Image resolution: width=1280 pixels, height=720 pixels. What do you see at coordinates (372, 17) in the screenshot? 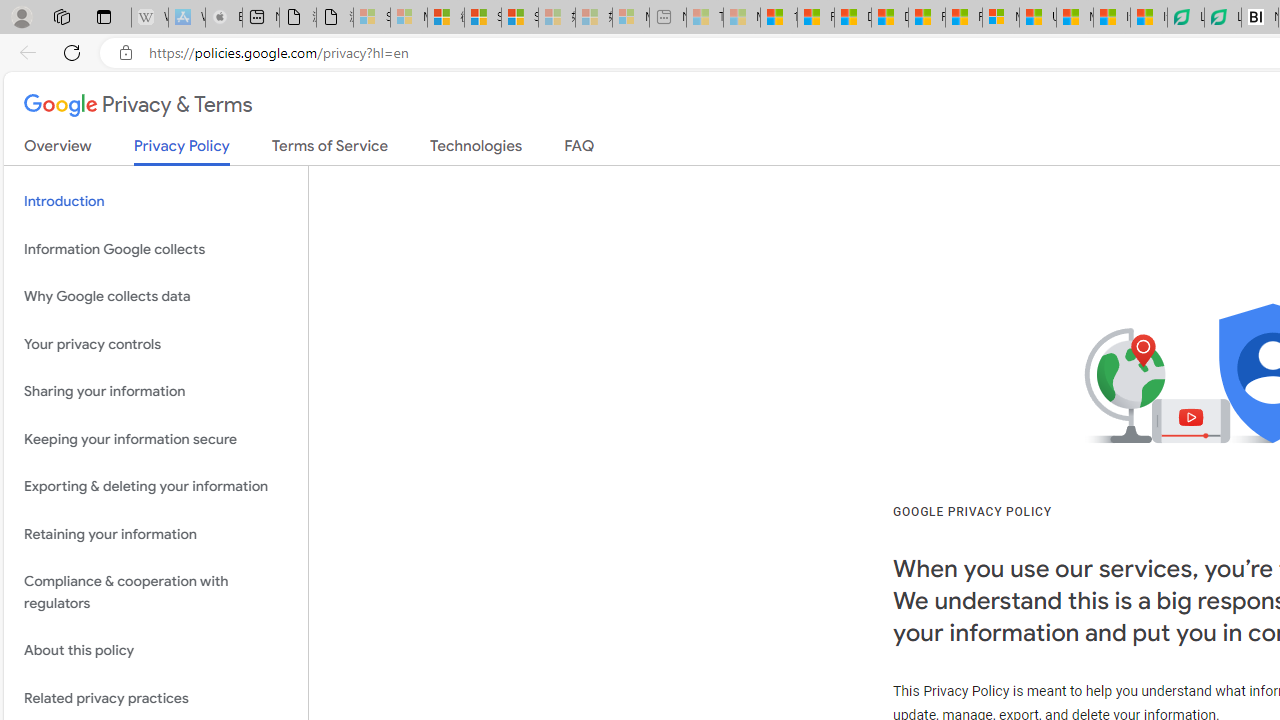
I see `'Sign in to your Microsoft account - Sleeping'` at bounding box center [372, 17].